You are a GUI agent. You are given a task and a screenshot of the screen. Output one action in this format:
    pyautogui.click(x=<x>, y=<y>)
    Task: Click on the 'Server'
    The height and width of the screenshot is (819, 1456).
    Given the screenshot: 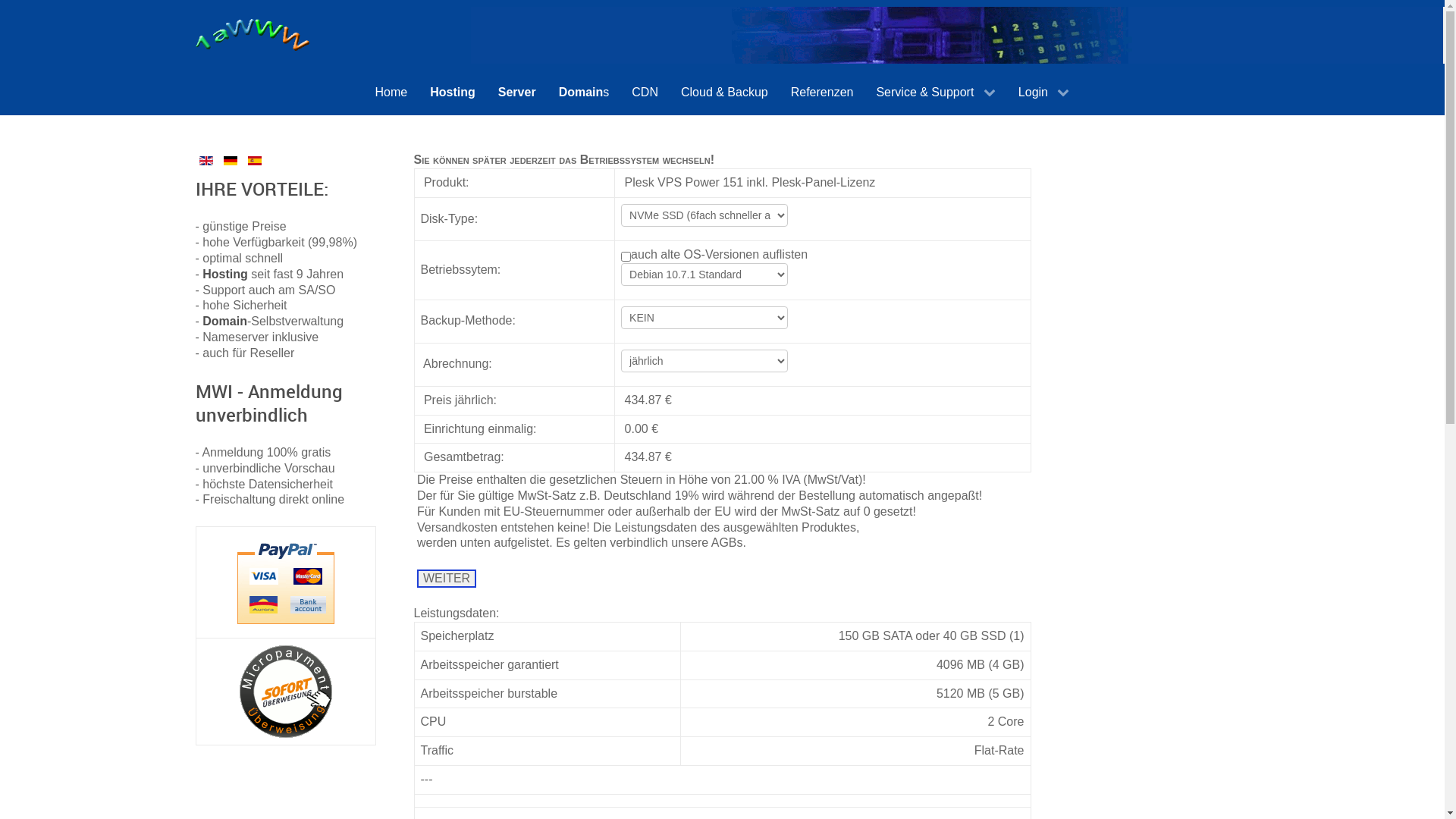 What is the action you would take?
    pyautogui.click(x=487, y=92)
    